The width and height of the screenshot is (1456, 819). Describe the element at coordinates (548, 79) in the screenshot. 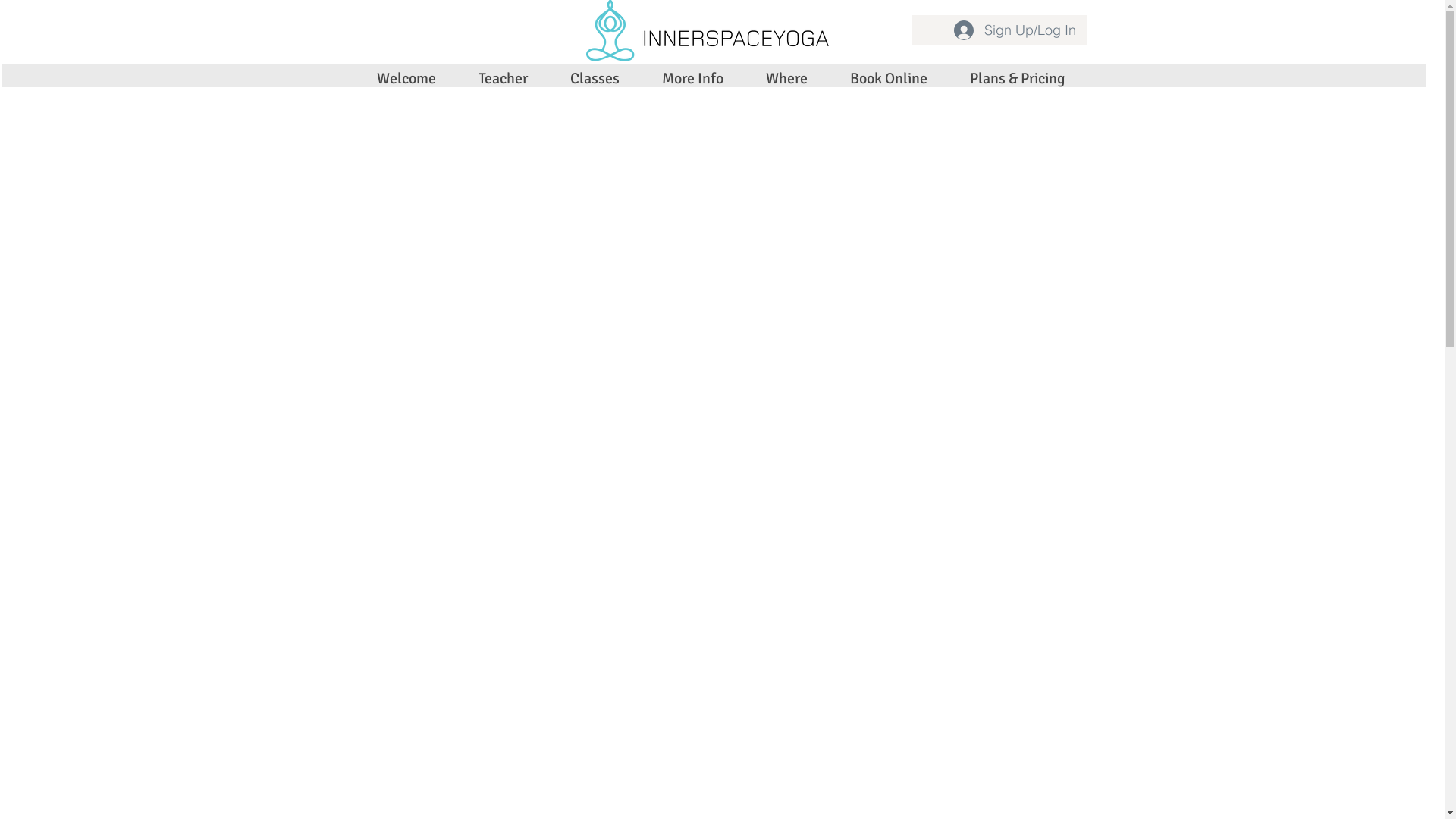

I see `'Classes'` at that location.